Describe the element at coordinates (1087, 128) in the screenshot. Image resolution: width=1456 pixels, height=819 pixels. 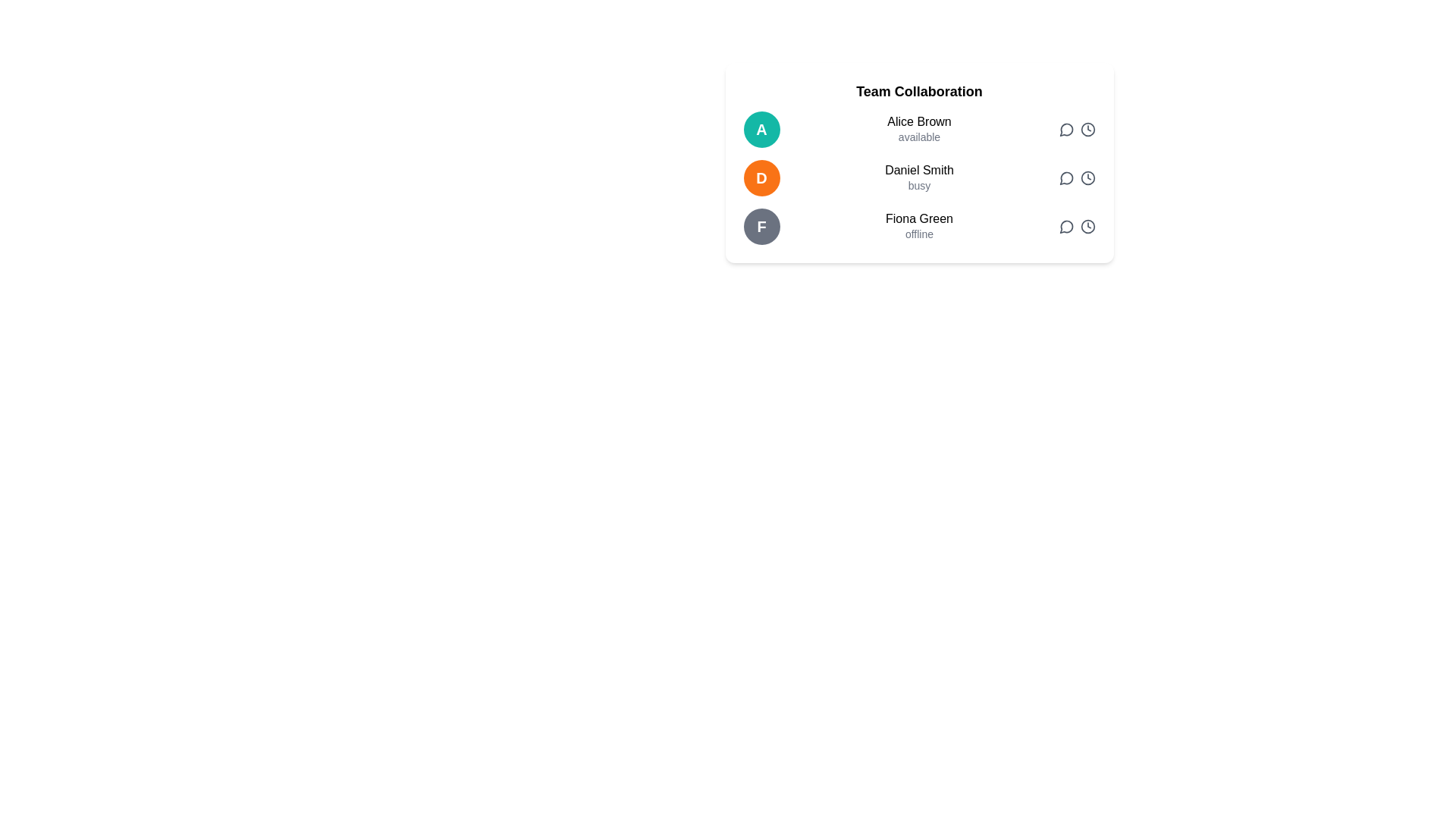
I see `the clock-shaped icon button, which is the second interactive icon in the user status list` at that location.